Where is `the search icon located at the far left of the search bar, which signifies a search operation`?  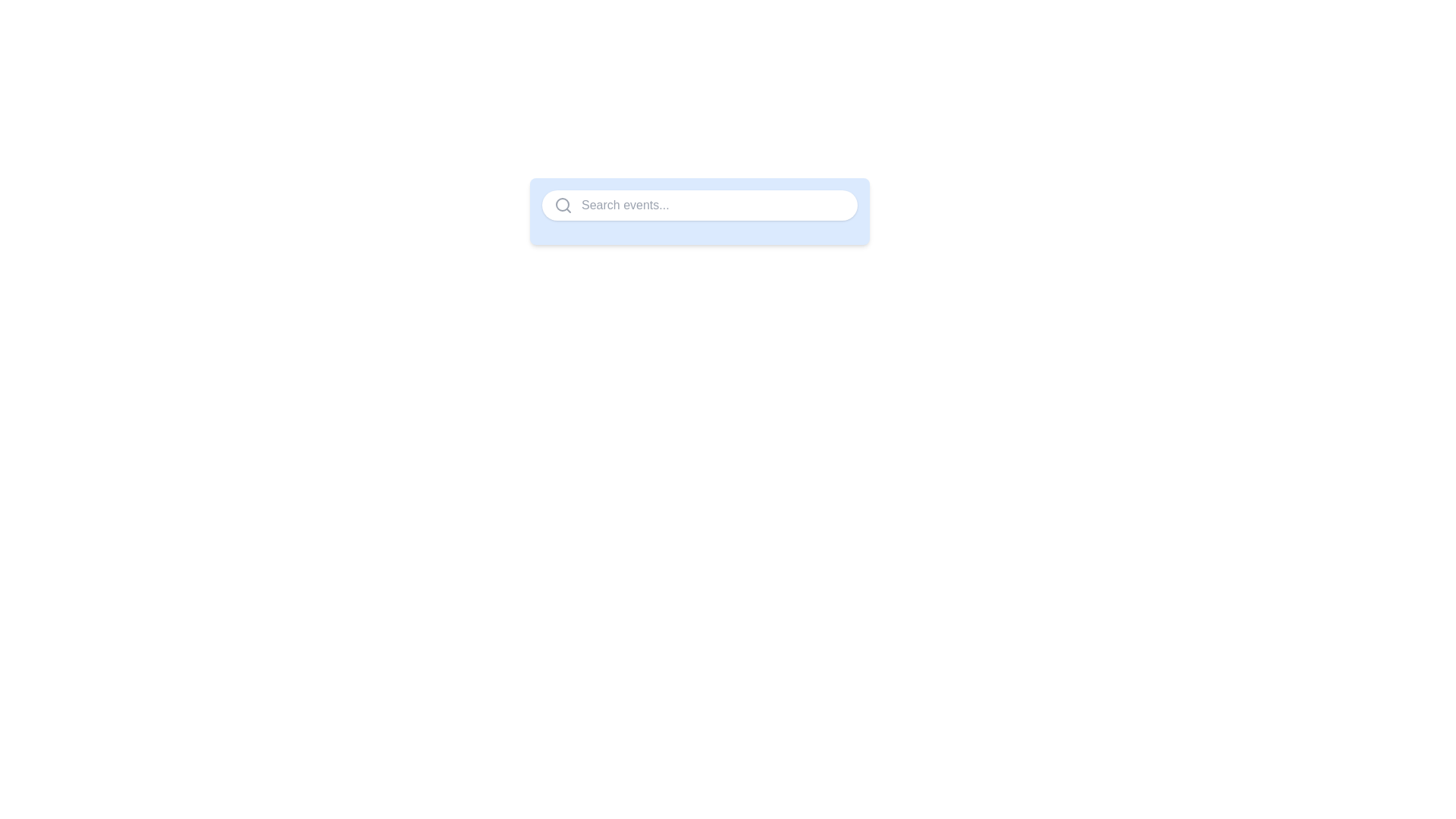 the search icon located at the far left of the search bar, which signifies a search operation is located at coordinates (563, 205).